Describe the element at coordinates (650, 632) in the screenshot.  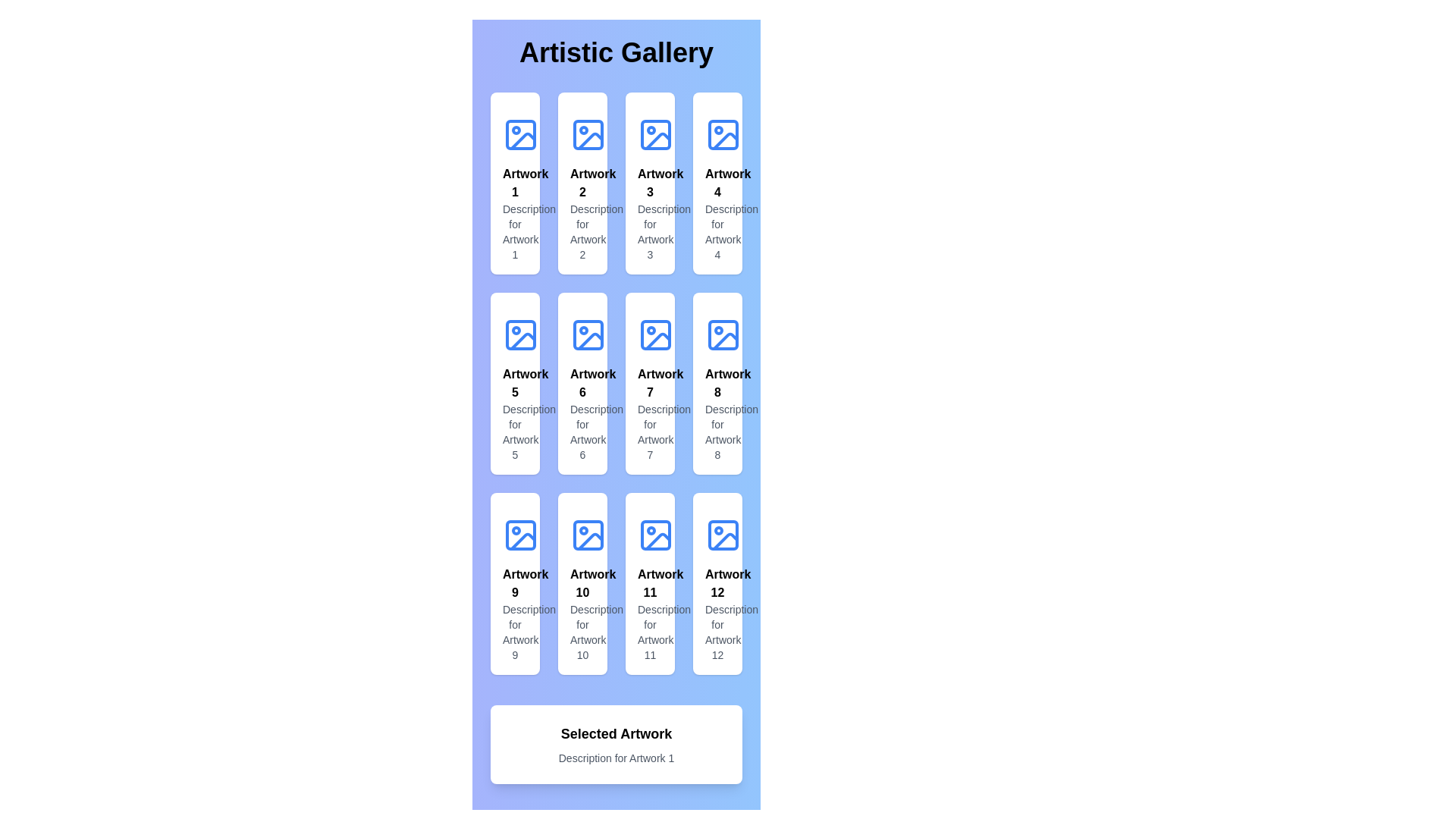
I see `the descriptive text label located below 'Artwork 11' in the eleventh card of the grid layout, which is the third card in the fourth row` at that location.